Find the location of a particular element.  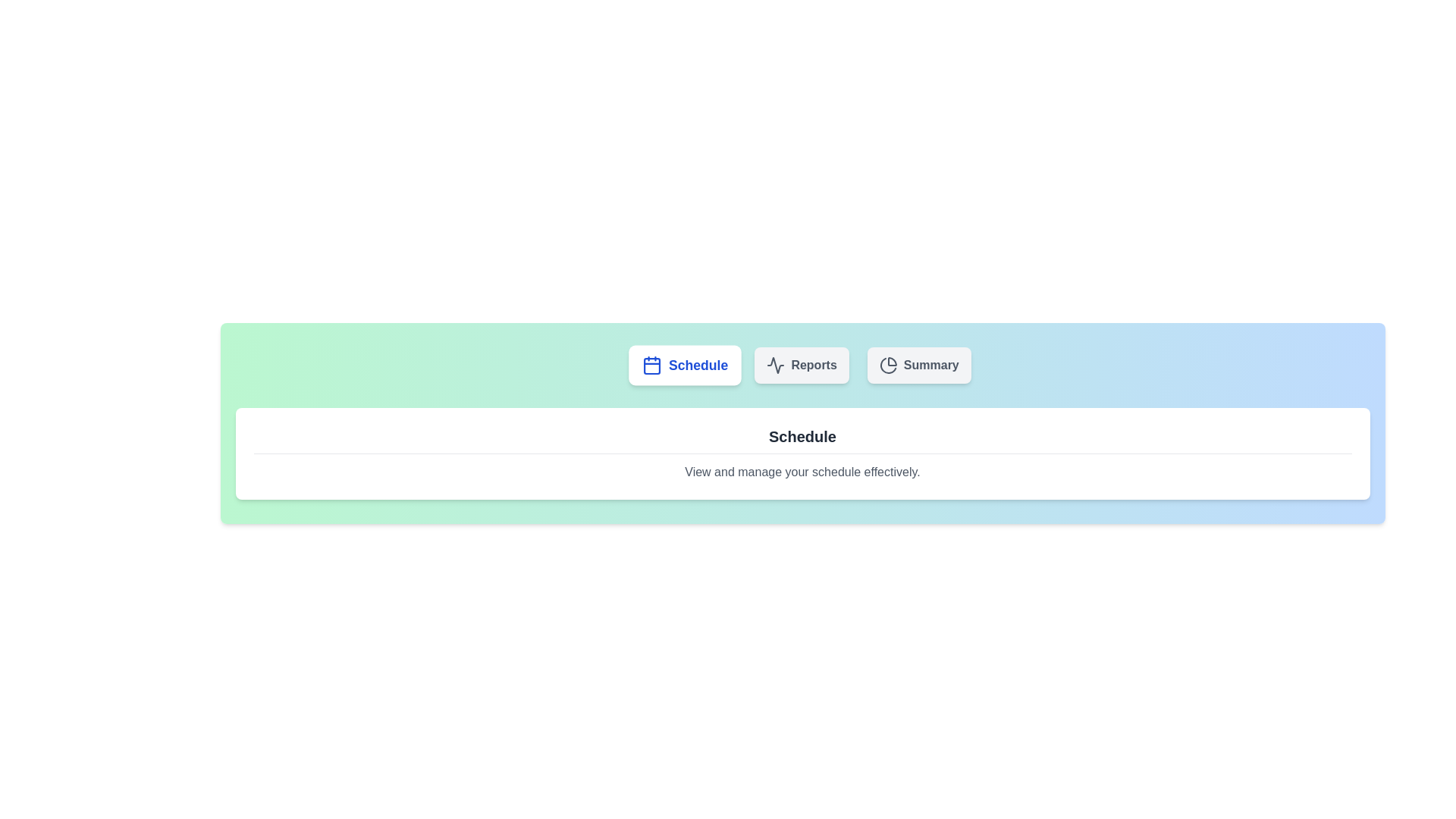

the tab labeled Summary to observe its interaction effect is located at coordinates (918, 366).